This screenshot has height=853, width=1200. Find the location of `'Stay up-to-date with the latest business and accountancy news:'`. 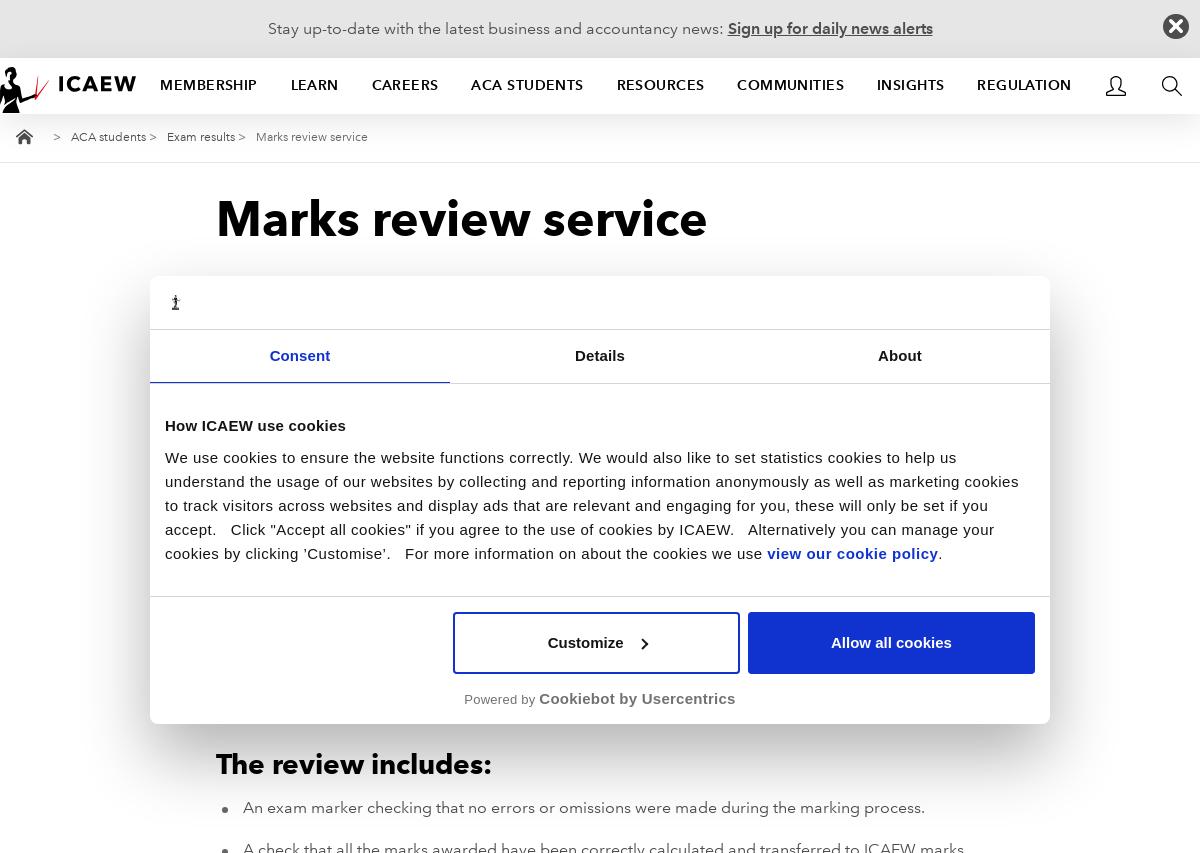

'Stay up-to-date with the latest business and accountancy news:' is located at coordinates (266, 27).